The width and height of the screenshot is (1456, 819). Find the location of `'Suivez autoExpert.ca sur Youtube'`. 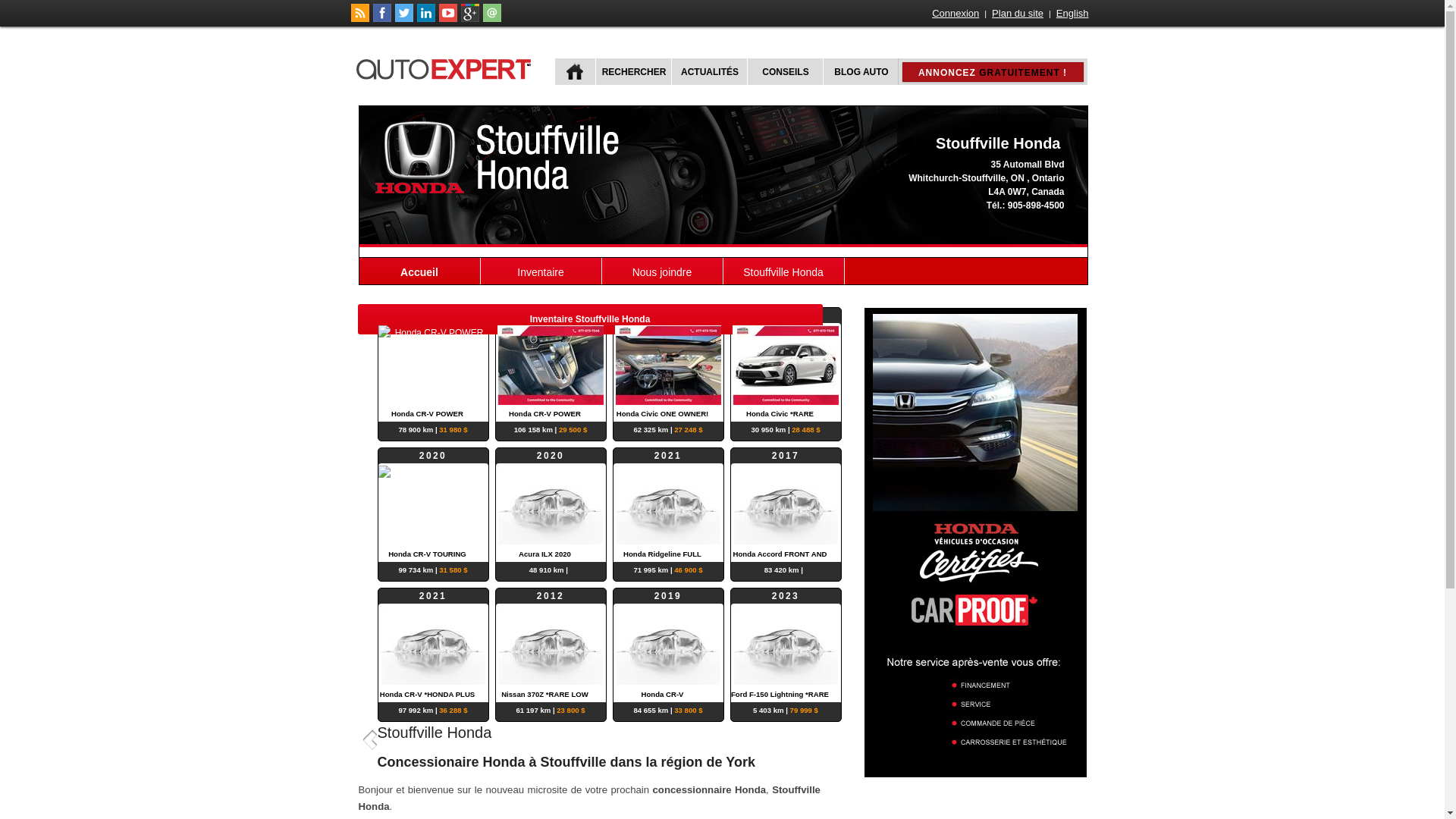

'Suivez autoExpert.ca sur Youtube' is located at coordinates (447, 18).